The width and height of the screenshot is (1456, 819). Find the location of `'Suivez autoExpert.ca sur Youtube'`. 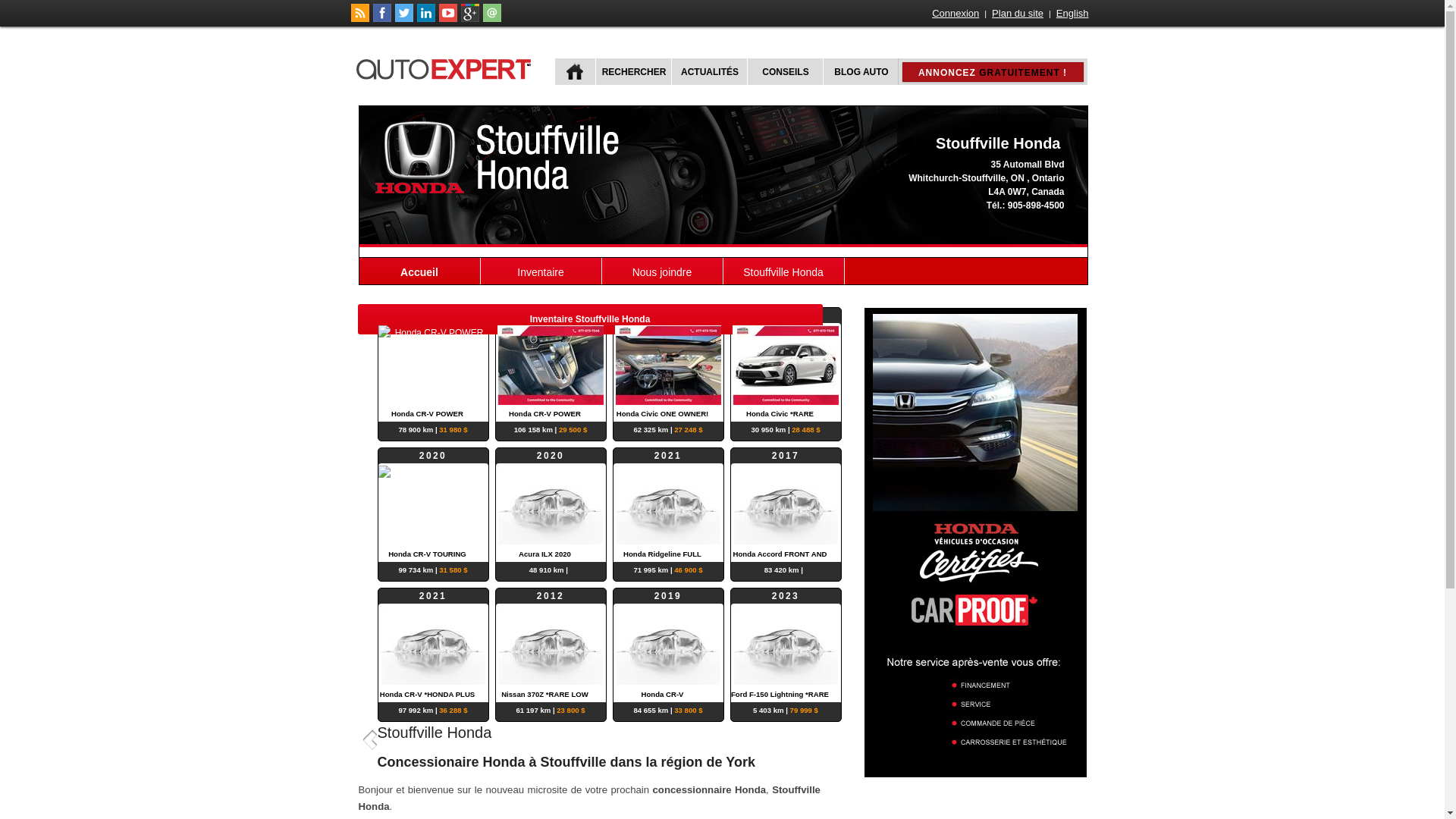

'Suivez autoExpert.ca sur Youtube' is located at coordinates (447, 18).